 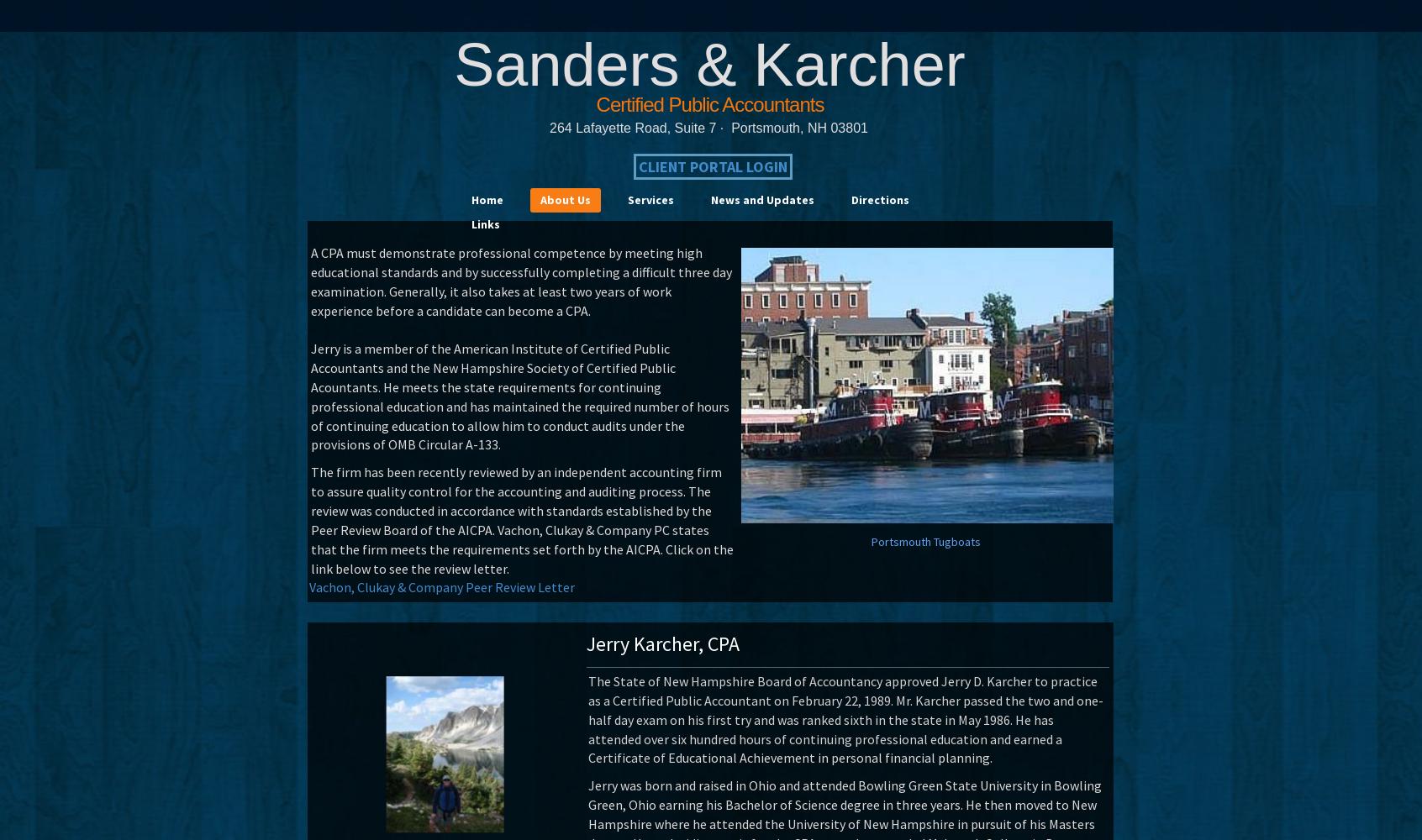 I want to click on 'CLIENT PORTAL LOGIN', so click(x=712, y=165).